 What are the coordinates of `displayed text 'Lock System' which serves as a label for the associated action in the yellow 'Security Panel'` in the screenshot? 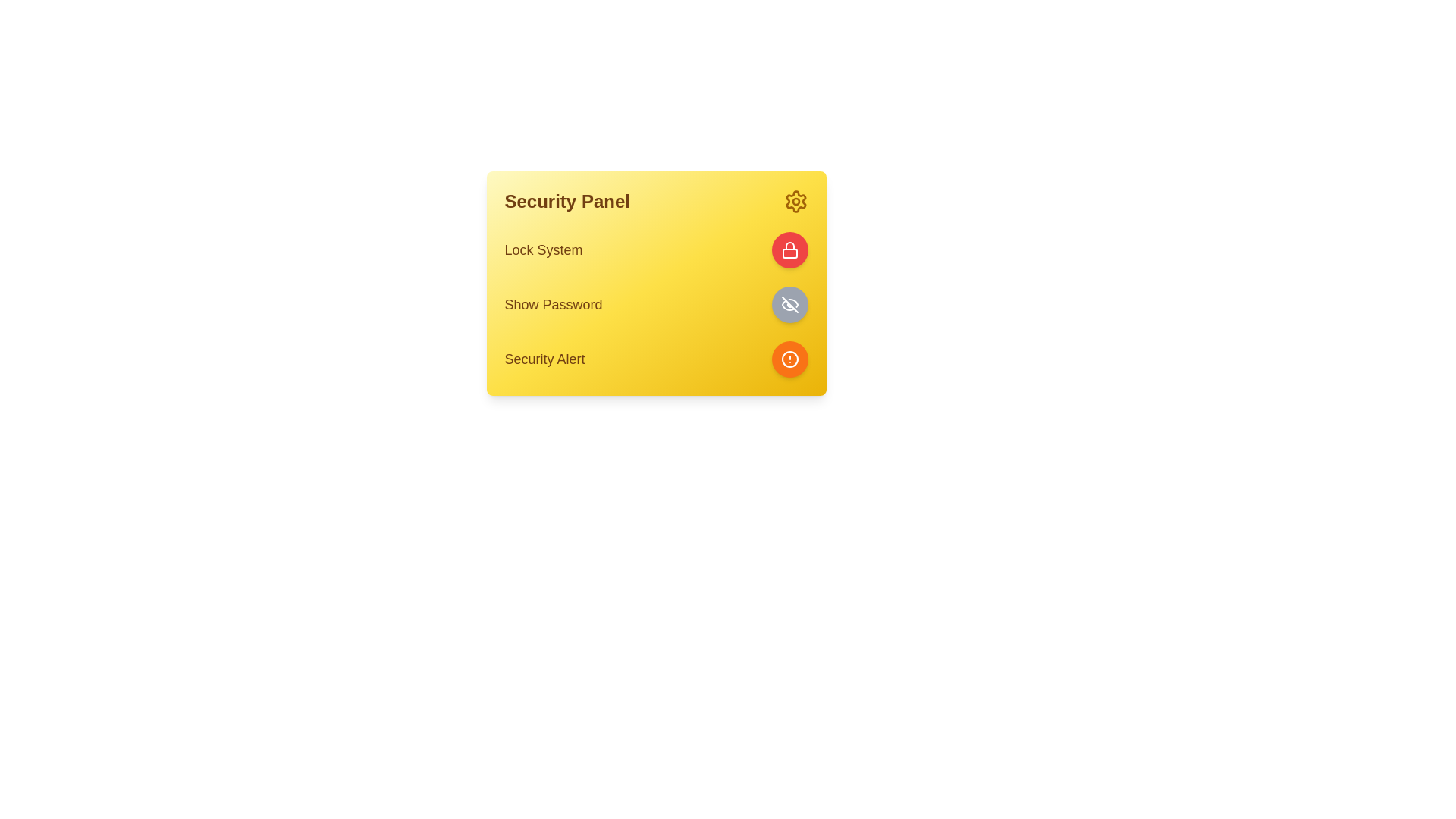 It's located at (543, 249).